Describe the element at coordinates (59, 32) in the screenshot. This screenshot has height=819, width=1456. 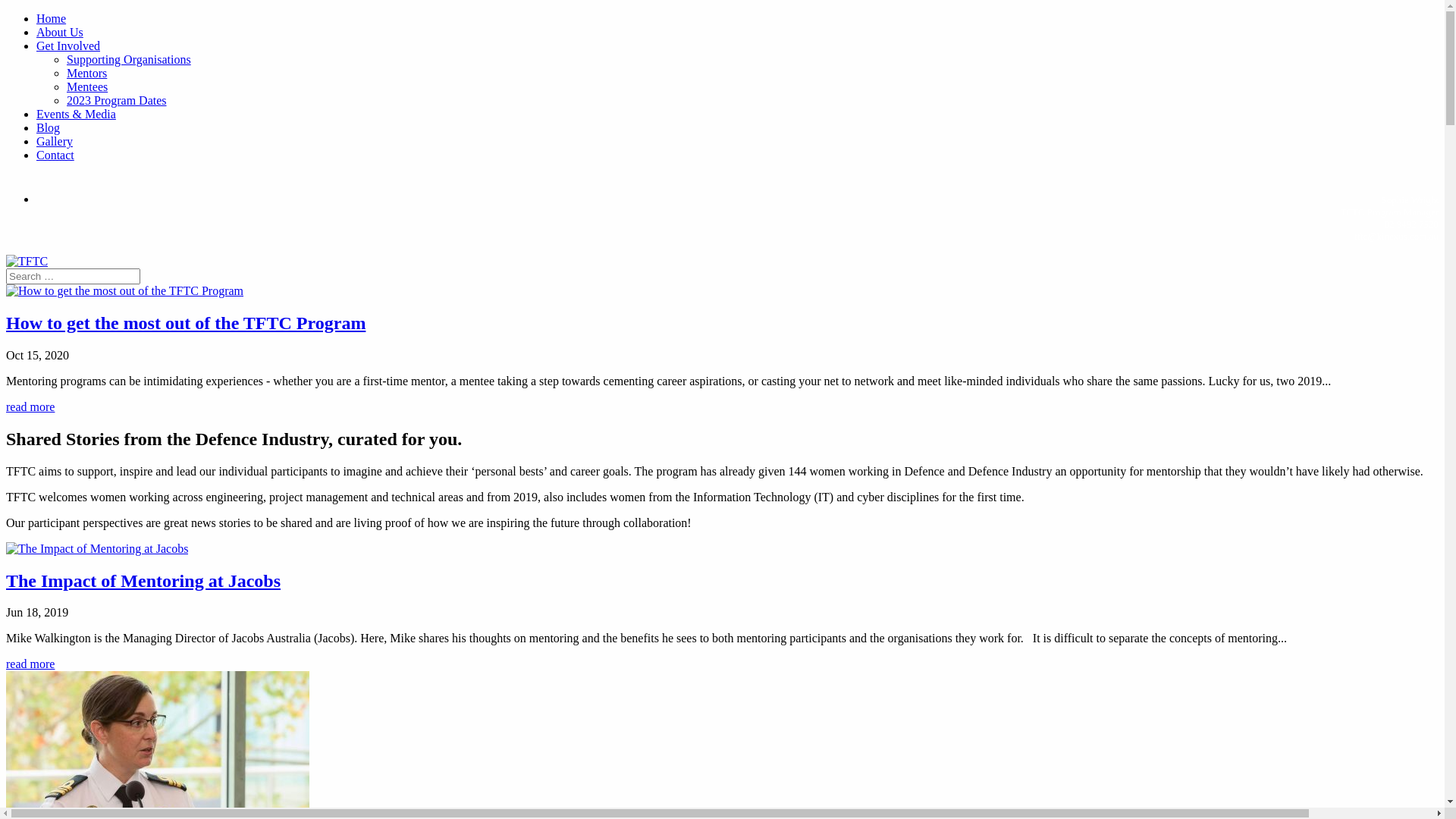
I see `'About Us'` at that location.